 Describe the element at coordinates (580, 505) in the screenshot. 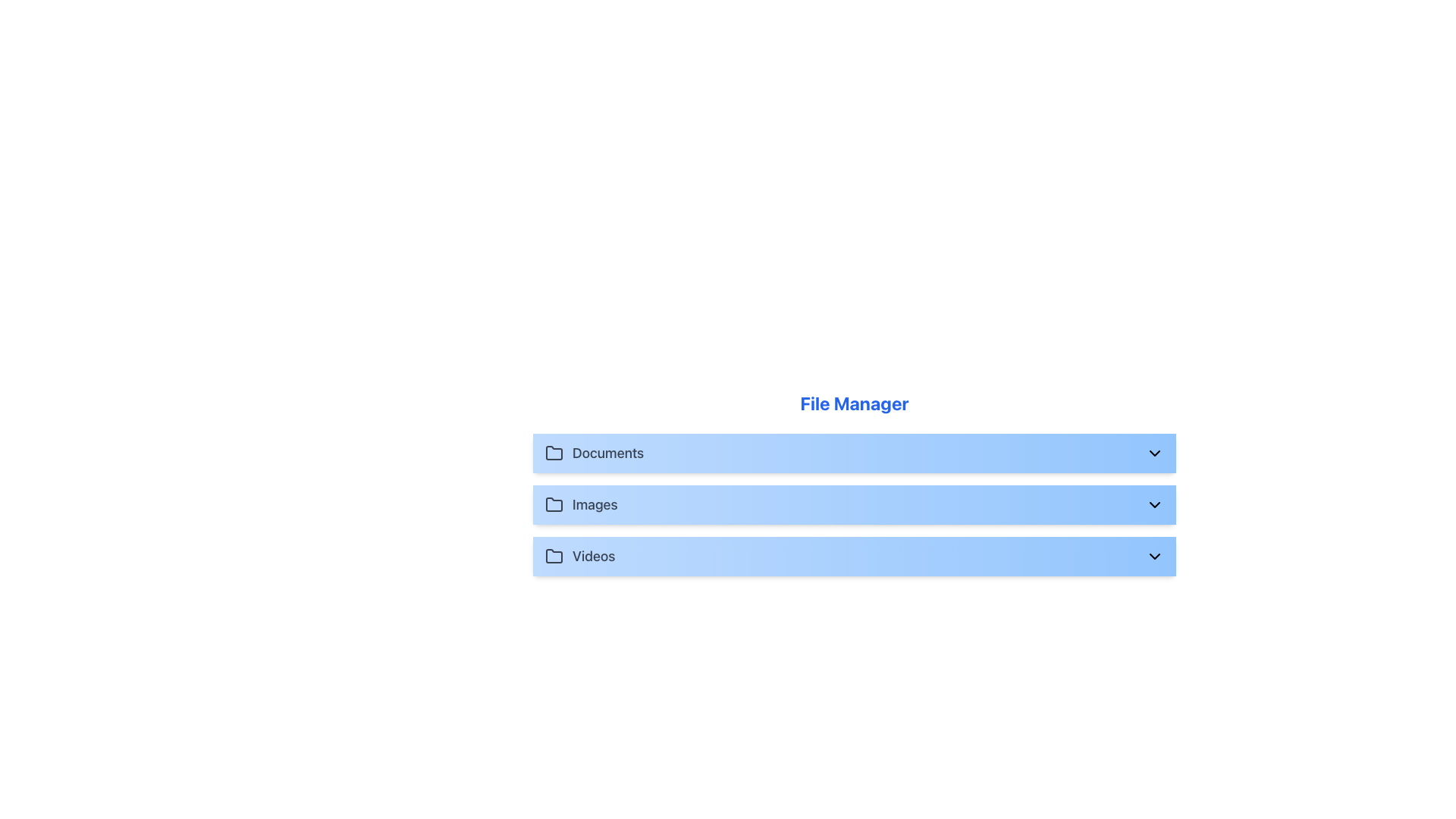

I see `the 'Images' text label with a folder icon in the File Manager` at that location.